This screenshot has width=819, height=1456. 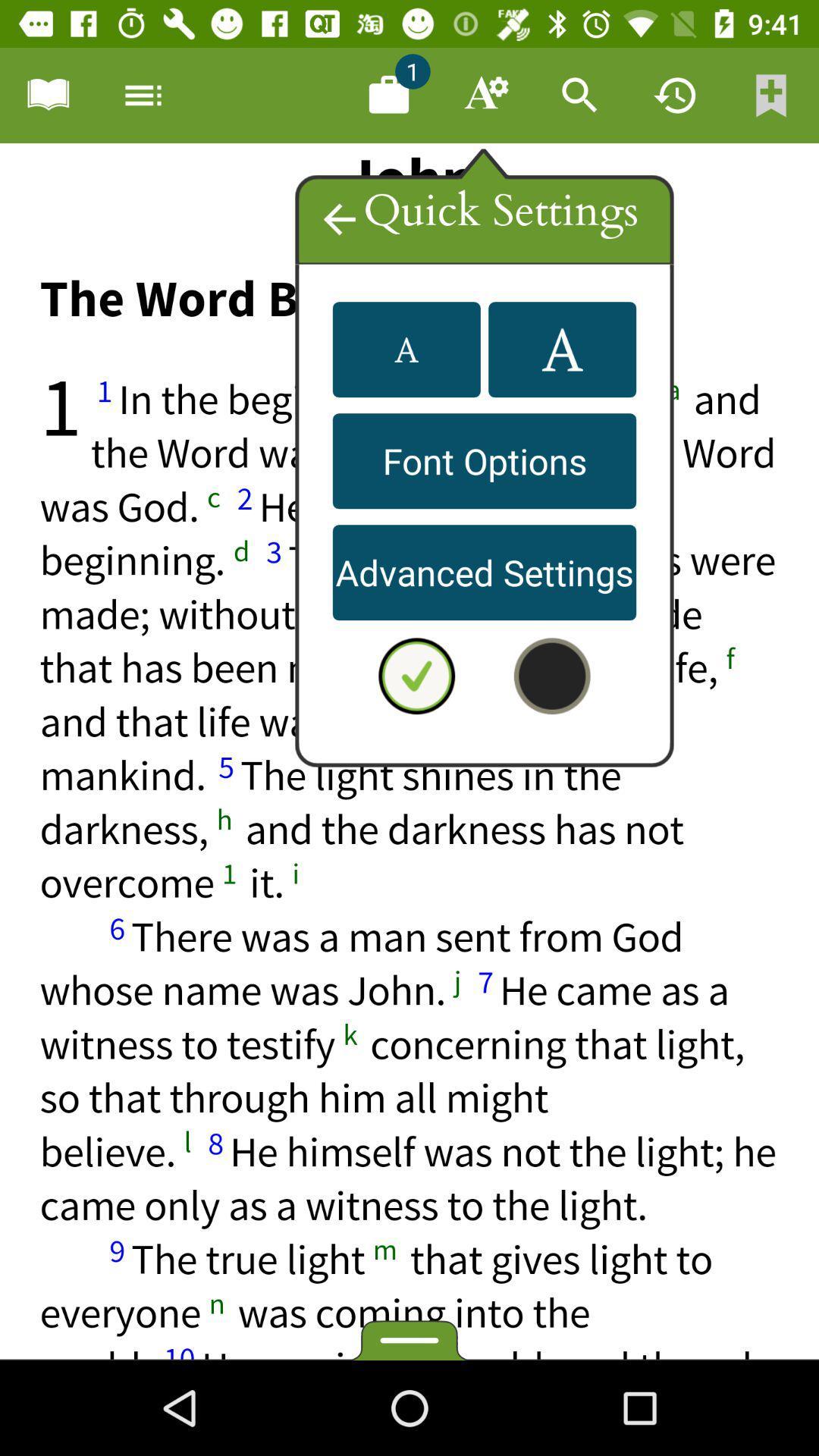 What do you see at coordinates (143, 94) in the screenshot?
I see `options` at bounding box center [143, 94].